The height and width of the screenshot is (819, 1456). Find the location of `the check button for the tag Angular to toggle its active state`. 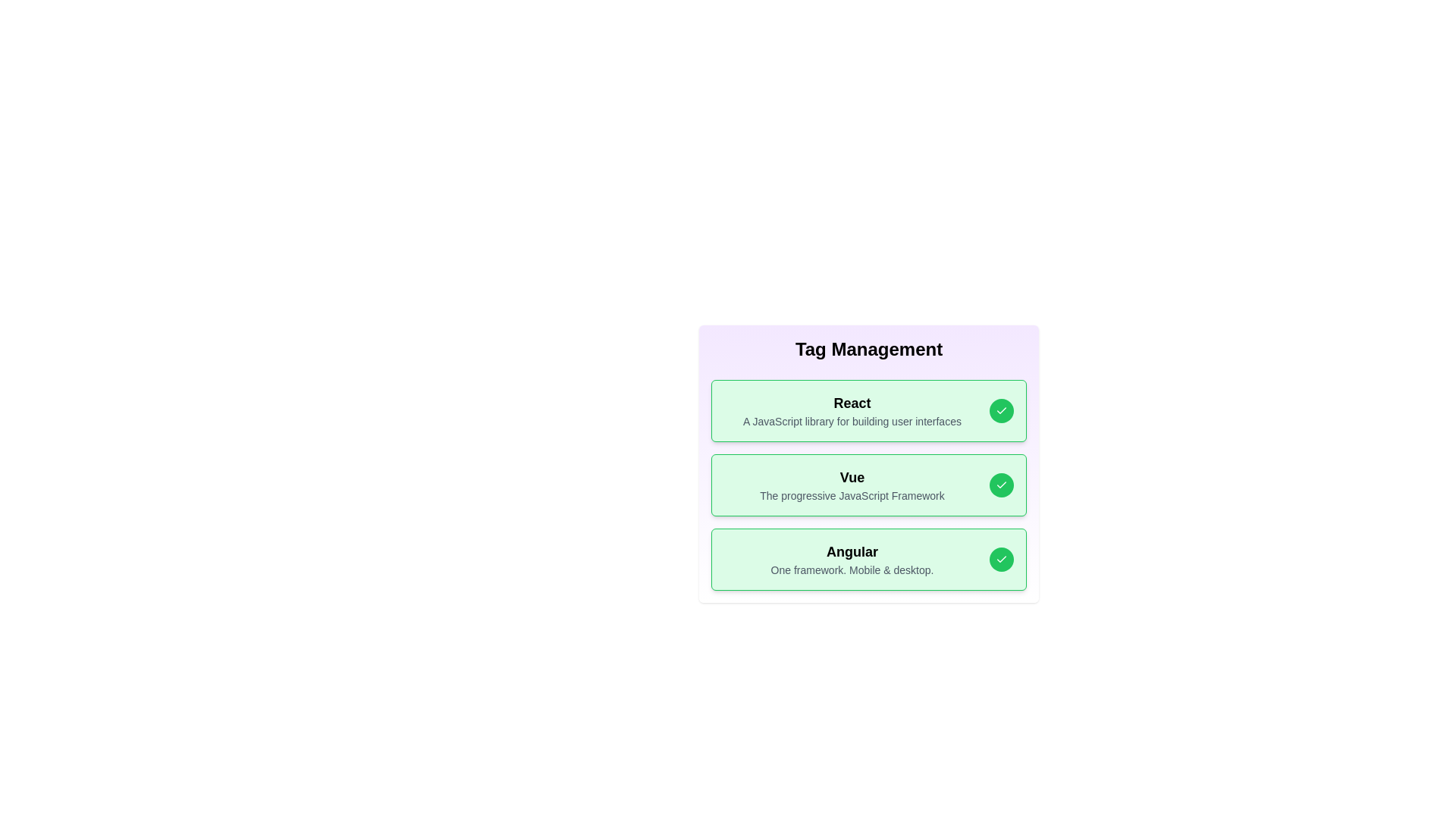

the check button for the tag Angular to toggle its active state is located at coordinates (1001, 559).